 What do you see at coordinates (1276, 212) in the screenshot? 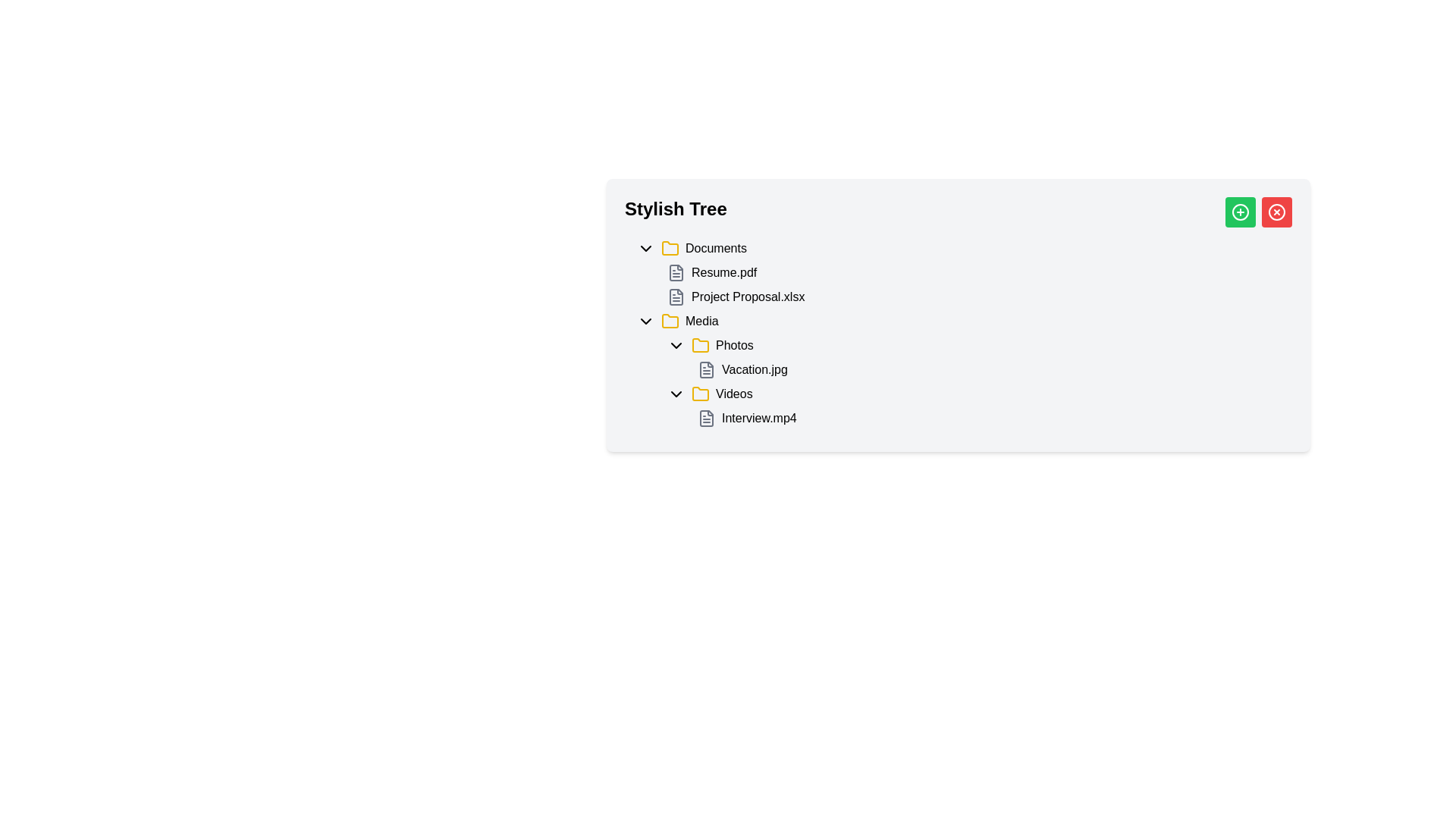
I see `the red button with an 'X' icon located at the top-right corner of the panel` at bounding box center [1276, 212].